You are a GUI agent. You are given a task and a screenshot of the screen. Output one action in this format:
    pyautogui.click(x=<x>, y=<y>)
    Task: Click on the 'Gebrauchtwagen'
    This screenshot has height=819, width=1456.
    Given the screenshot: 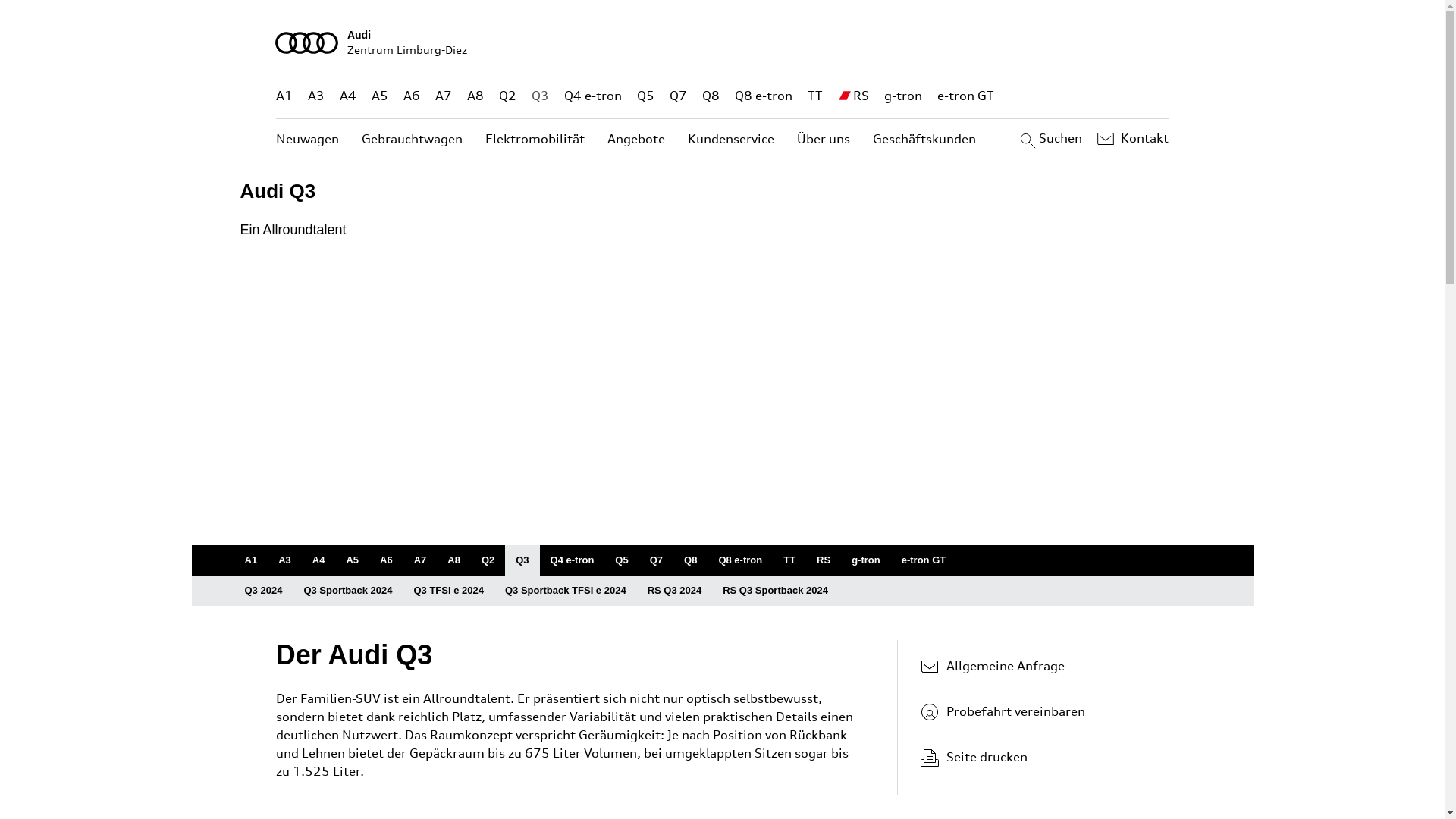 What is the action you would take?
    pyautogui.click(x=412, y=139)
    